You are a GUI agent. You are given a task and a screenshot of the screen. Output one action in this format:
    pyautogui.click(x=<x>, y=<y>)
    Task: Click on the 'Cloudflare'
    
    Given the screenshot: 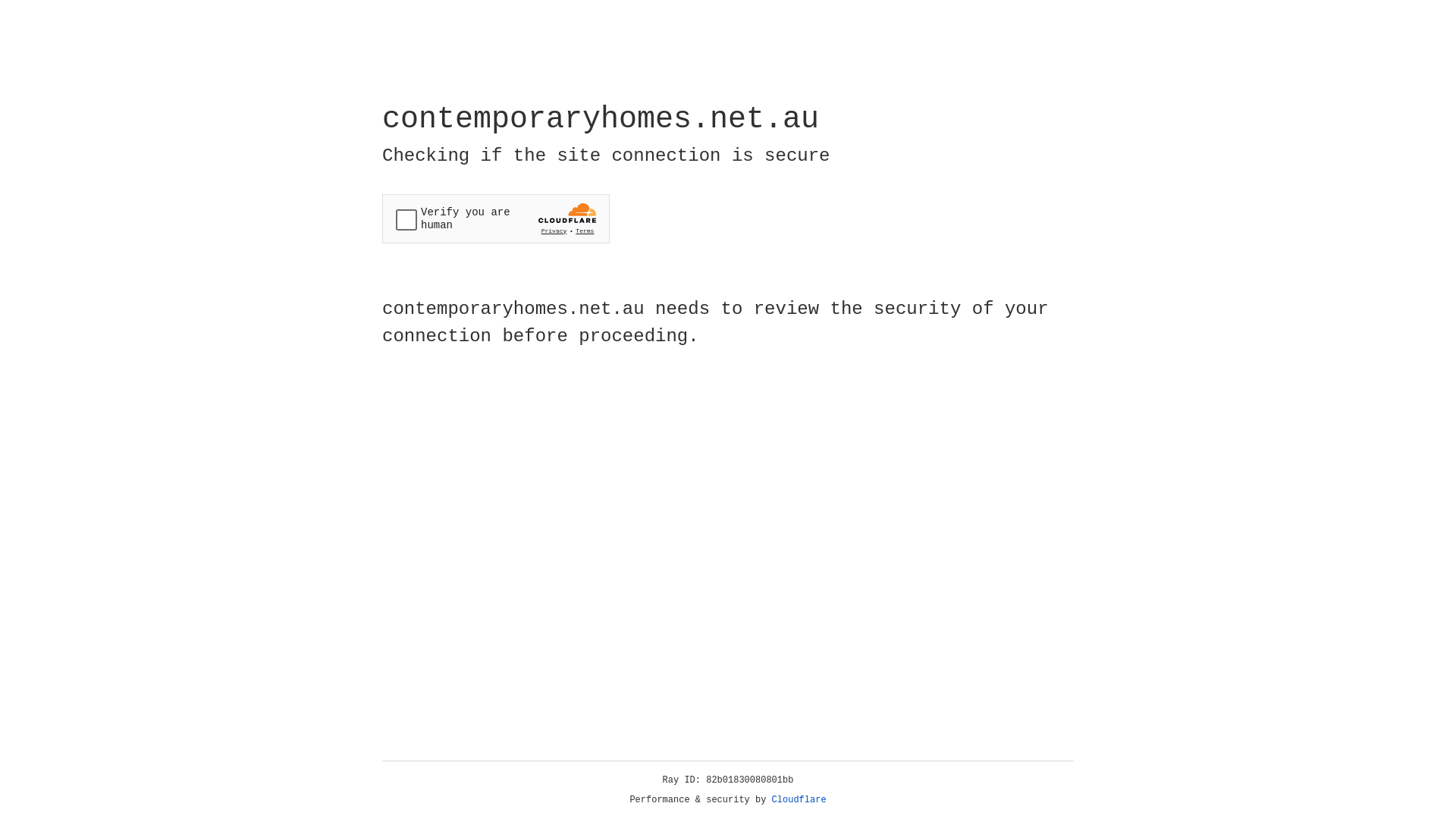 What is the action you would take?
    pyautogui.click(x=799, y=799)
    